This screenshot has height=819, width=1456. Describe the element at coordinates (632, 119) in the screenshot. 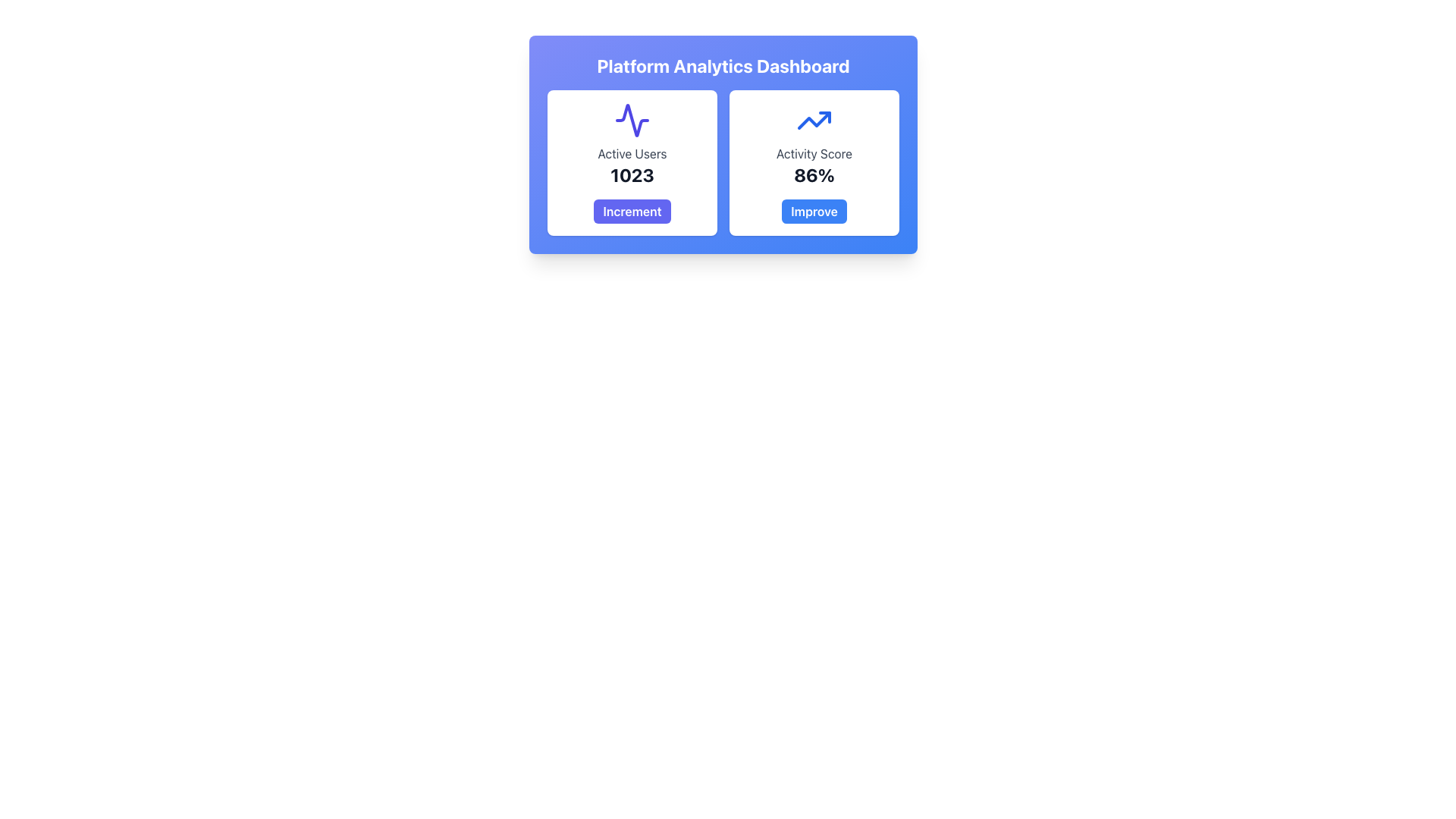

I see `the activity icon located at the top-center of the 'Active Users' card in the 'Platform Analytics Dashboard', which is positioned above the numeric value '1023' and the button labeled 'Increment'` at that location.